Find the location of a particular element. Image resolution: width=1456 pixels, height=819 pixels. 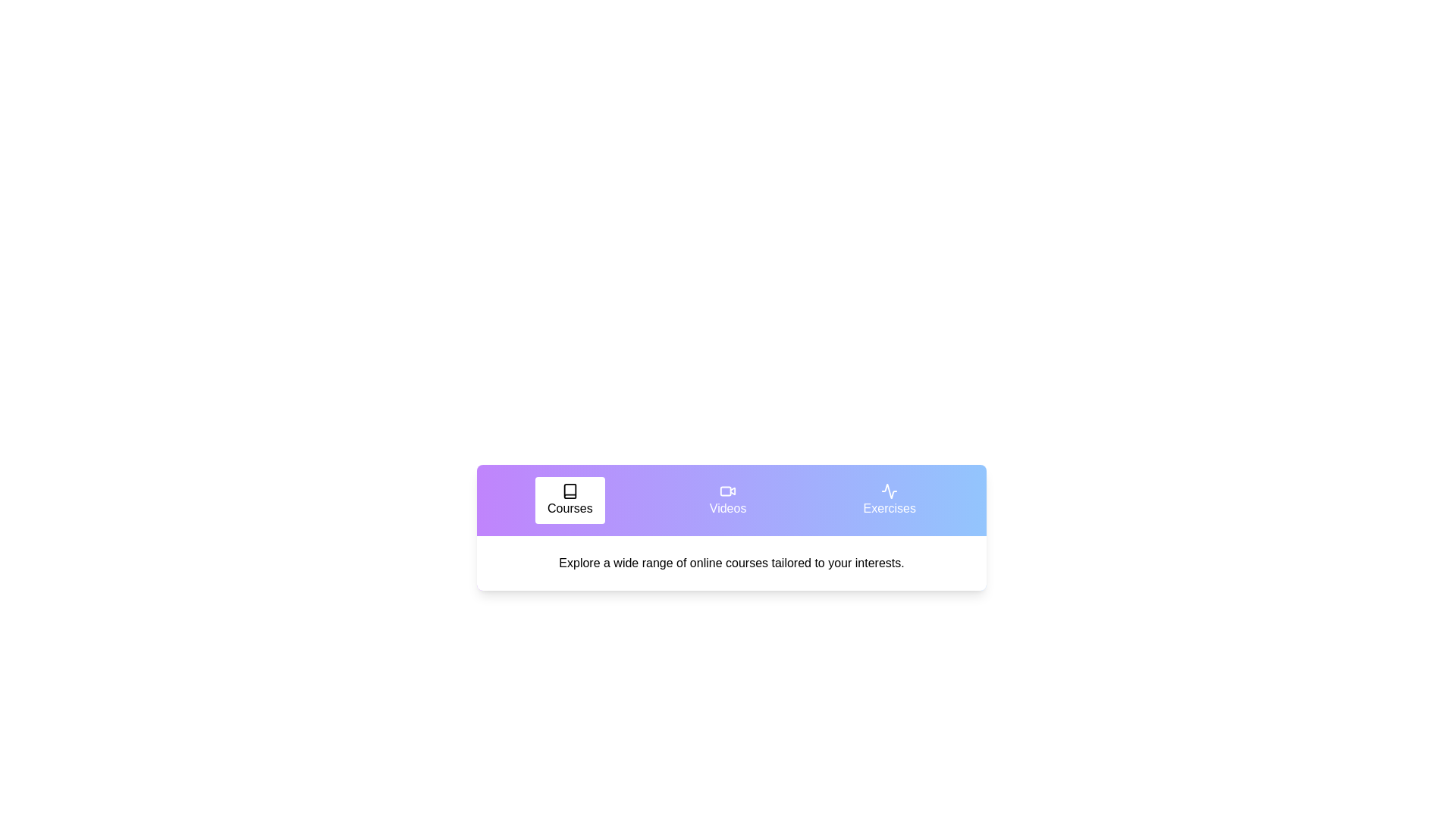

the tab labeled Exercises is located at coordinates (890, 500).